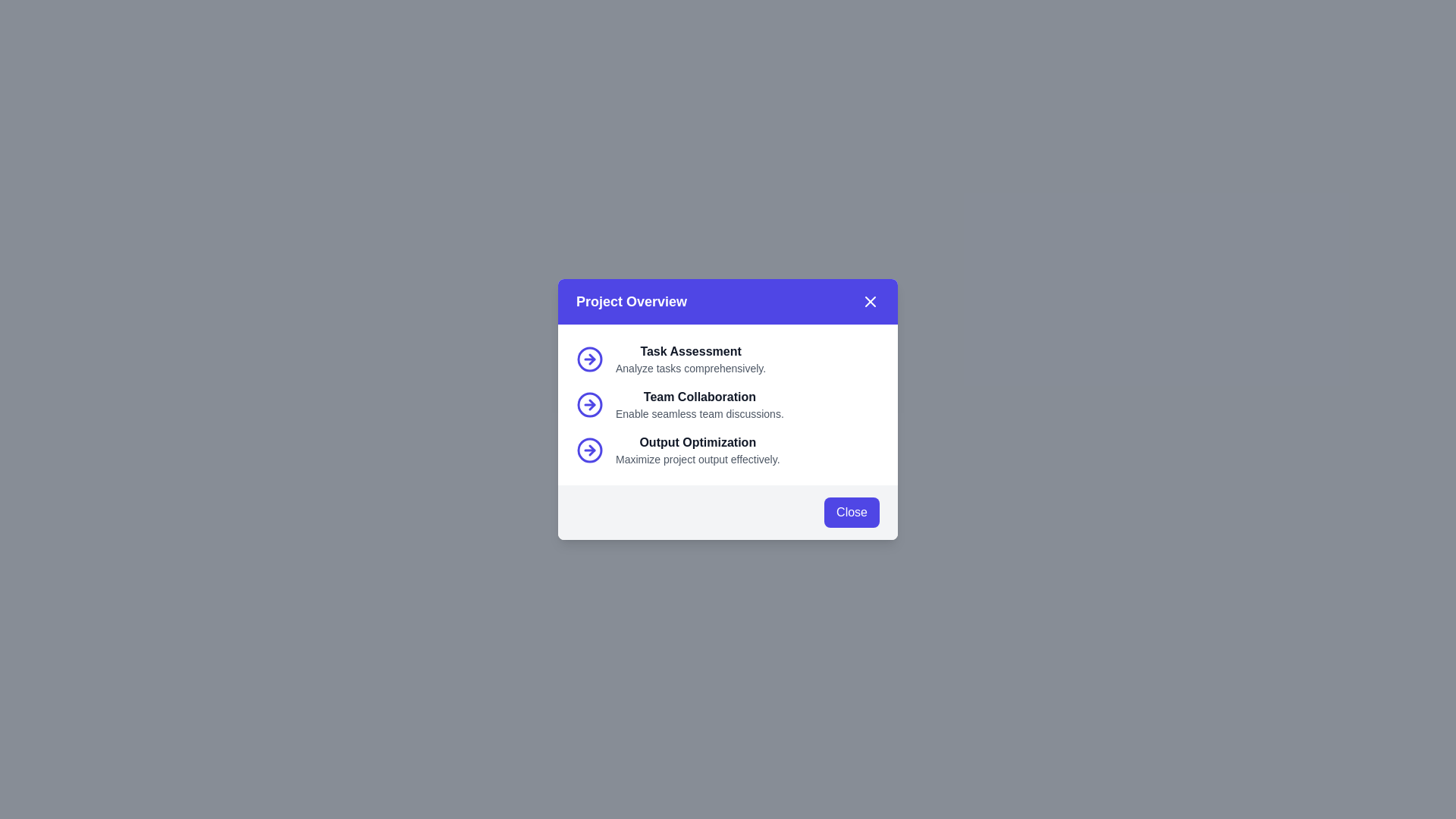 This screenshot has width=1456, height=819. What do you see at coordinates (698, 414) in the screenshot?
I see `the Text label providing a description of the 'Team Collaboration' feature in the modal, which is centrally located beneath the 'Team Collaboration' heading` at bounding box center [698, 414].